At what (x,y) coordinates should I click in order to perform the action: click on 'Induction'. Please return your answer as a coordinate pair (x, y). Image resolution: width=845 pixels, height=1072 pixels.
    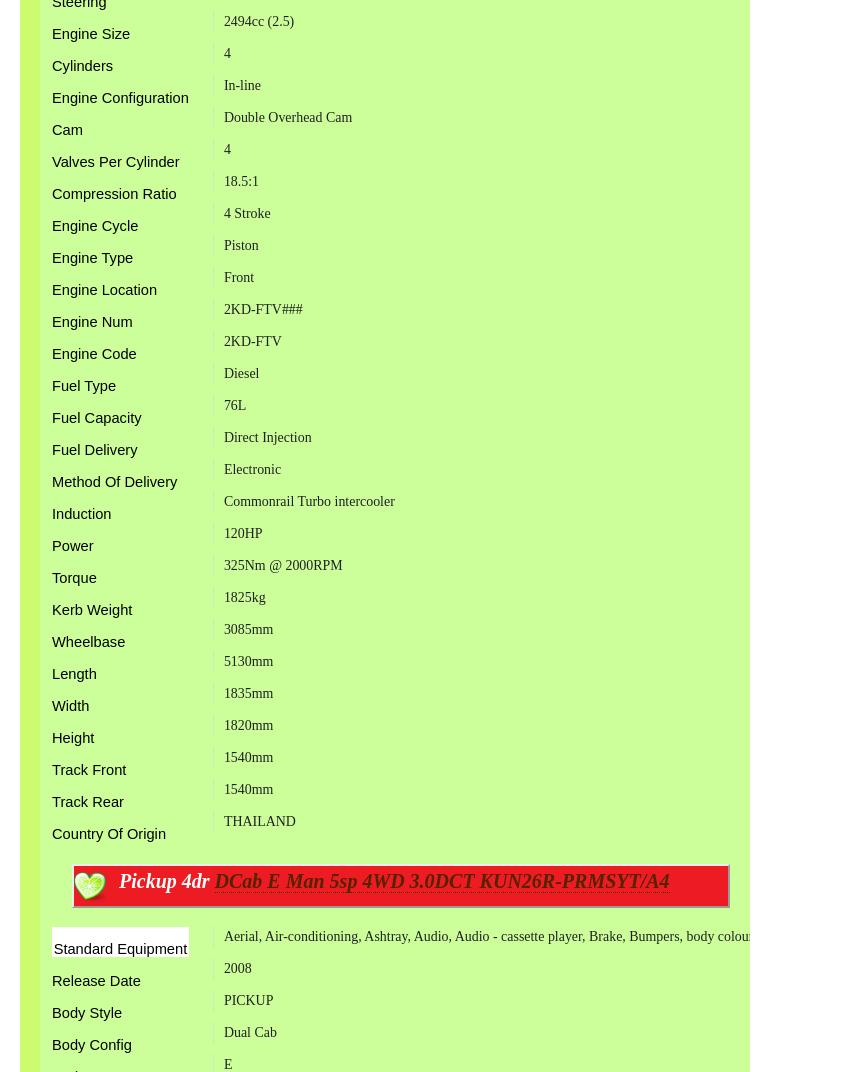
    Looking at the image, I should click on (80, 514).